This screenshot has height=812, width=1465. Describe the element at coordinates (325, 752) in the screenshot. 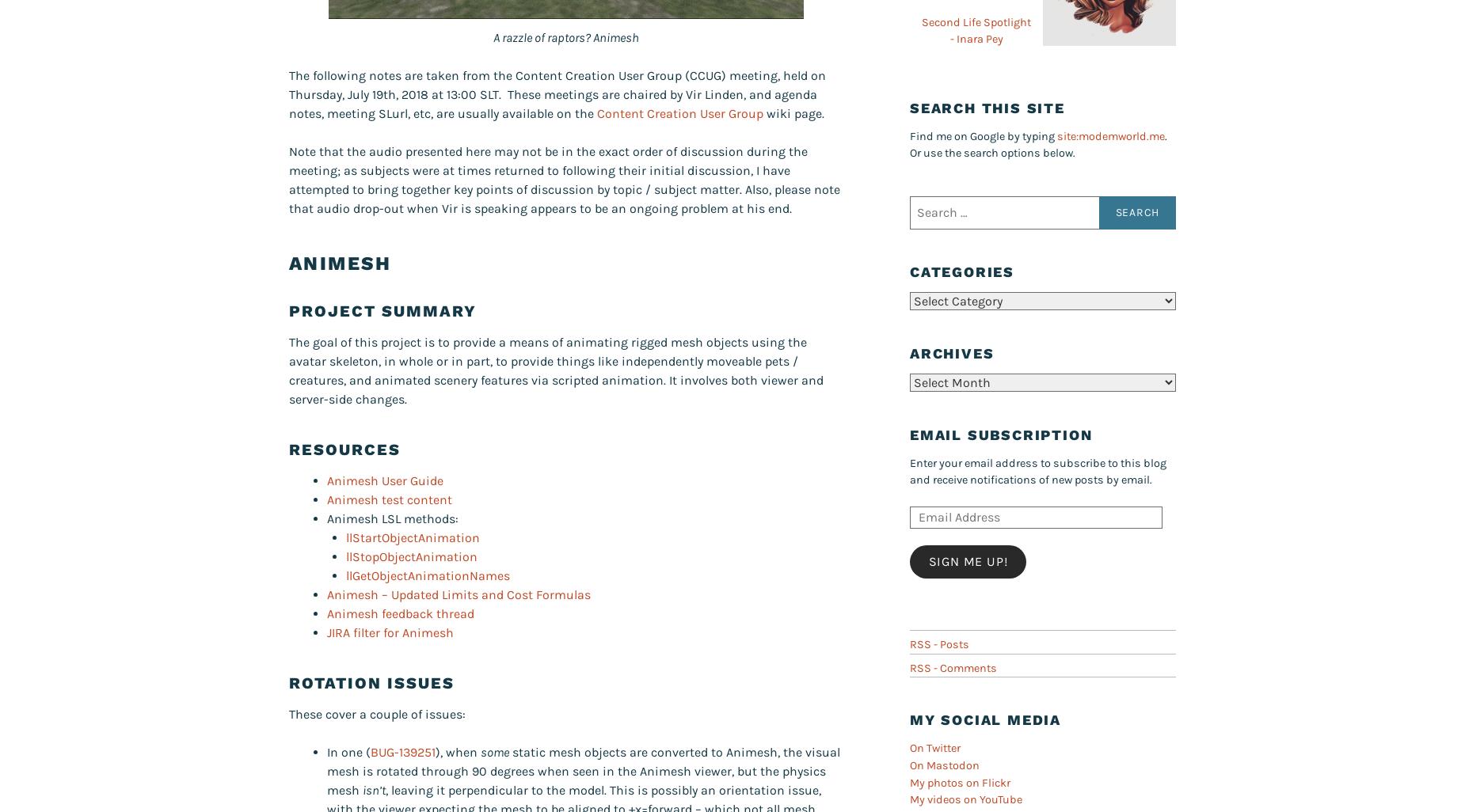

I see `'In one ('` at that location.